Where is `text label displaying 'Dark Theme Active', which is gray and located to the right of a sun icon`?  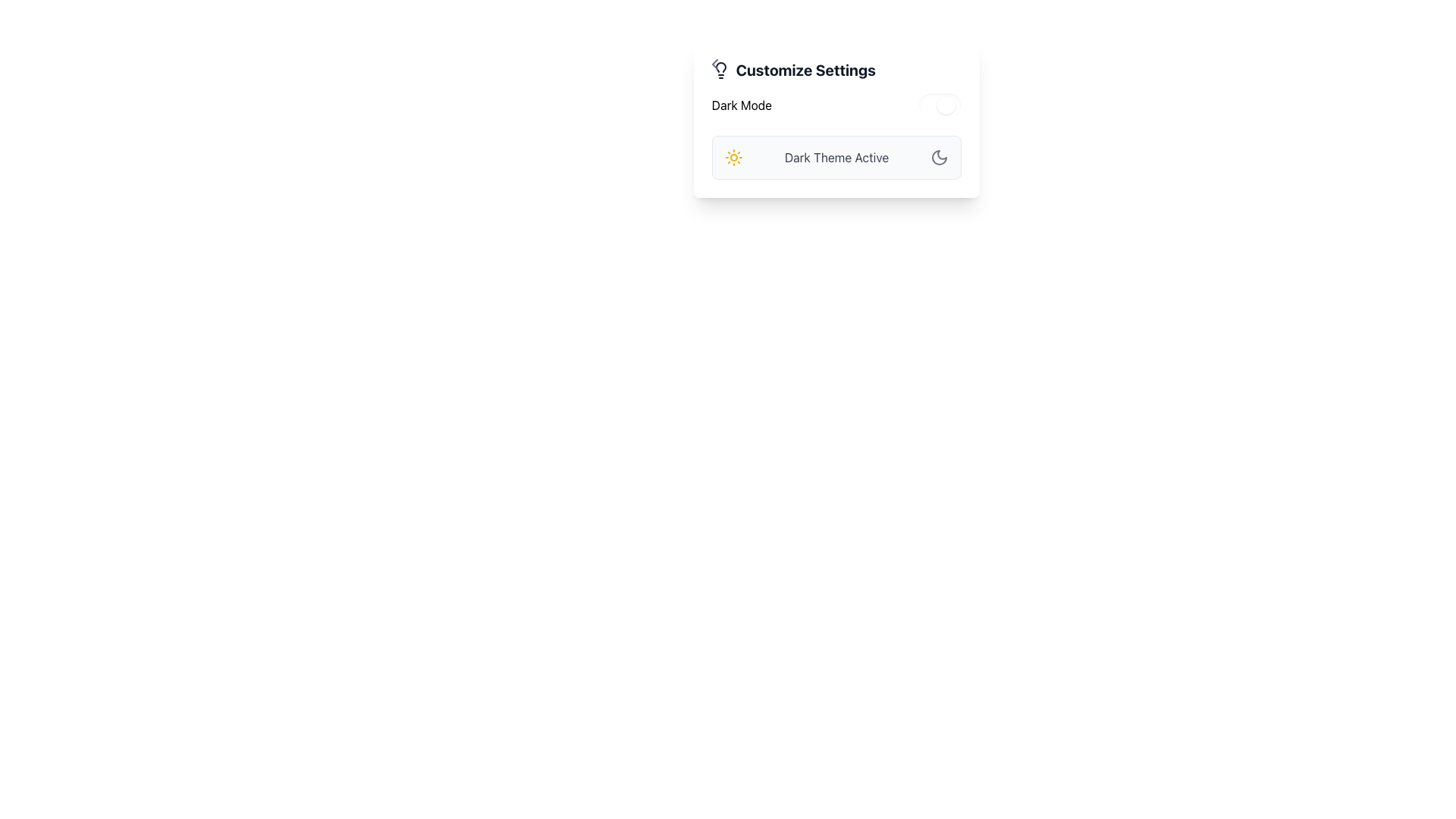
text label displaying 'Dark Theme Active', which is gray and located to the right of a sun icon is located at coordinates (836, 158).